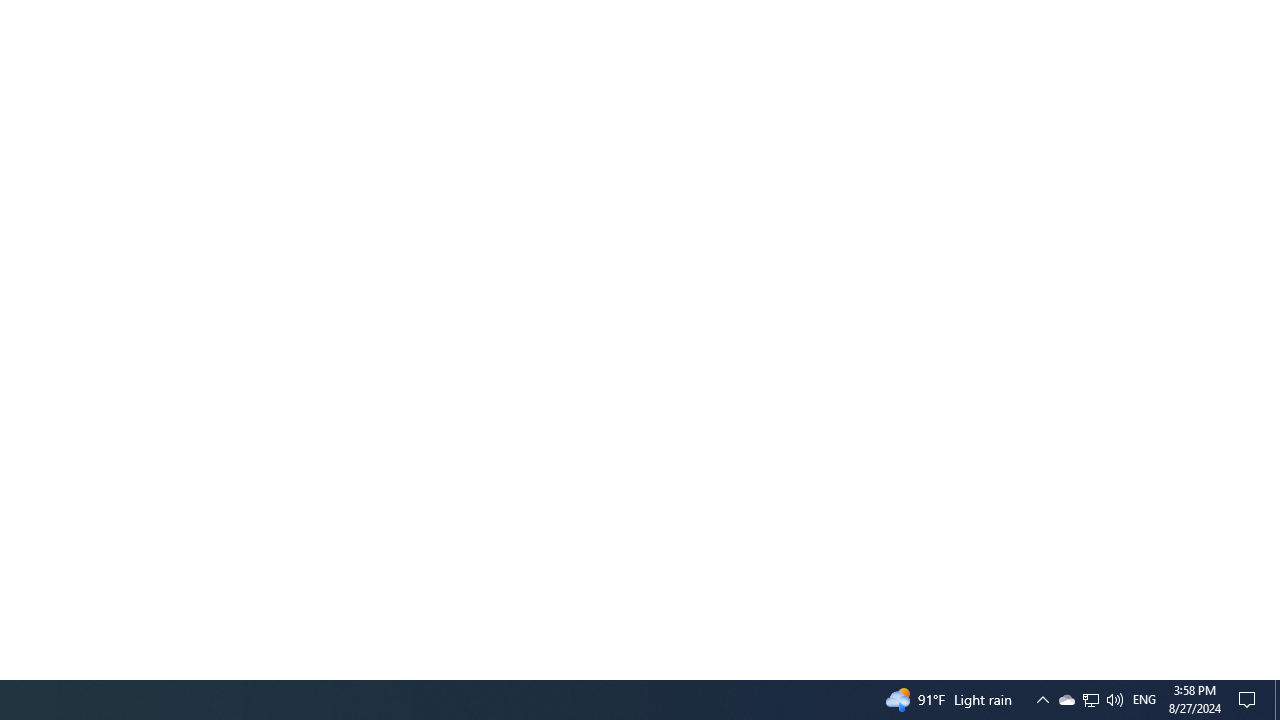  Describe the element at coordinates (1090, 698) in the screenshot. I see `'Tray Input Indicator - English (United States)'` at that location.